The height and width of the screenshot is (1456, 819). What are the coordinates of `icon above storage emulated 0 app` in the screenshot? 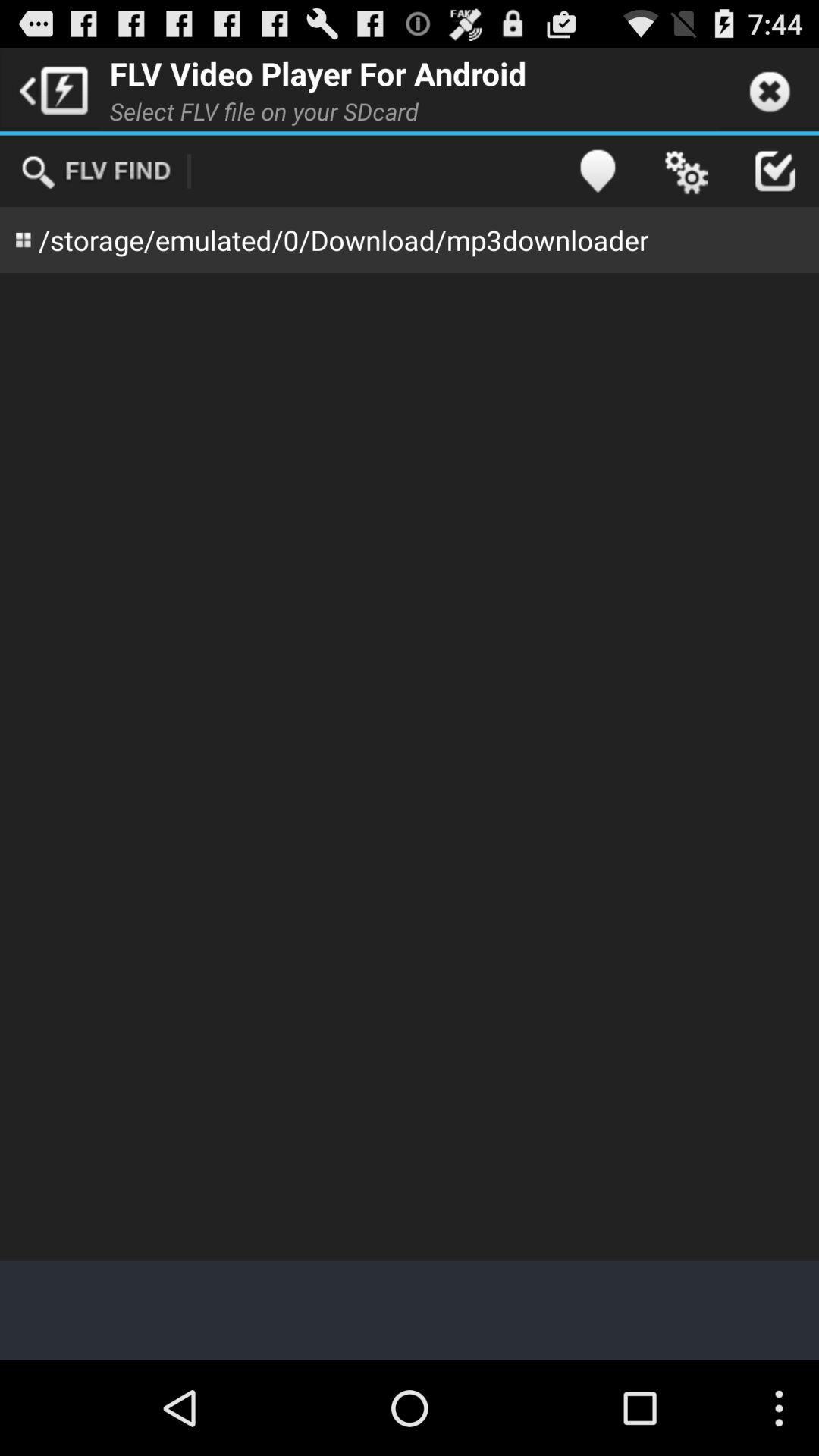 It's located at (596, 171).